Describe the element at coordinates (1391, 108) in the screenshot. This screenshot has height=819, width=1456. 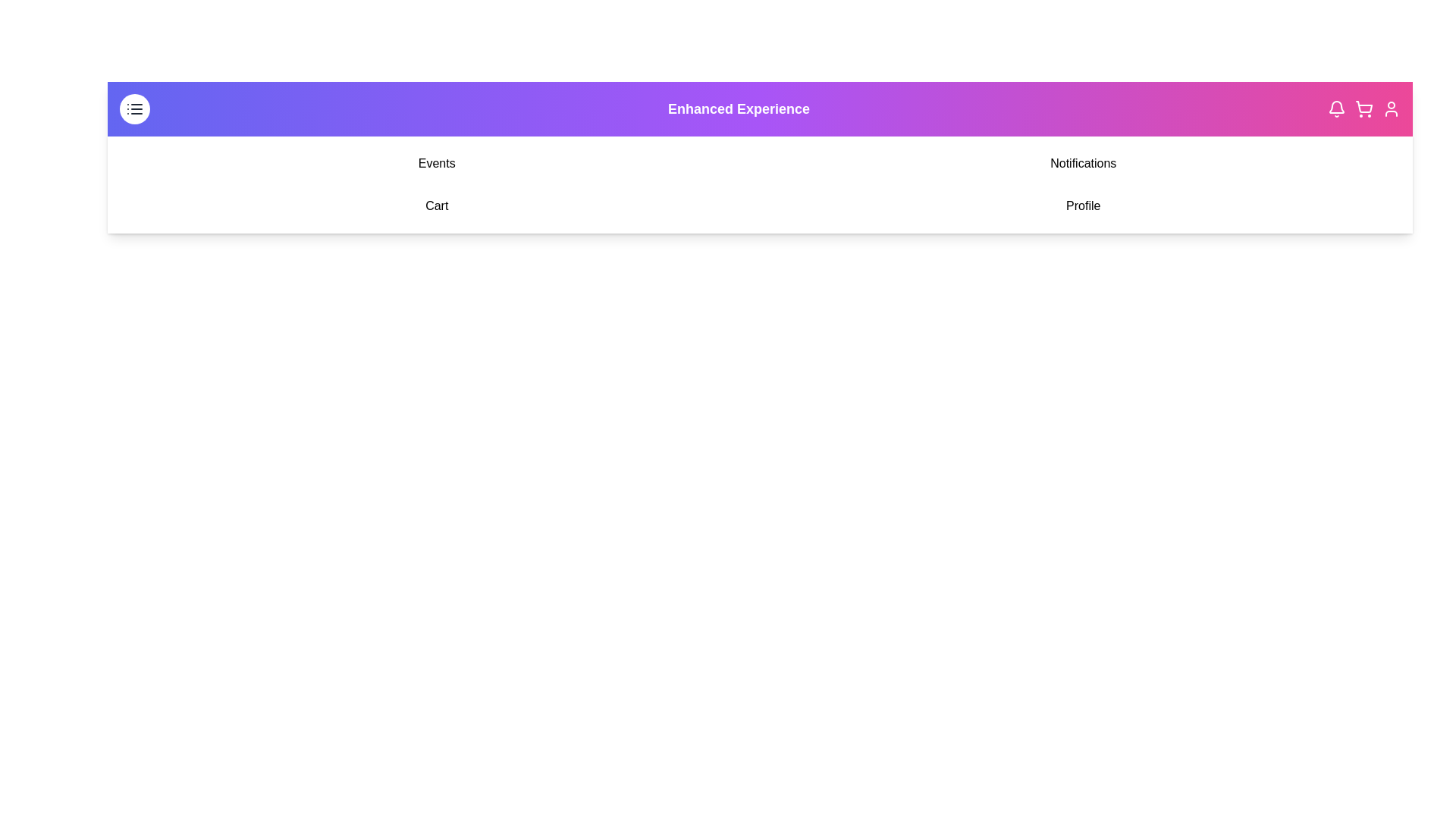
I see `the profile icon to trigger its action` at that location.